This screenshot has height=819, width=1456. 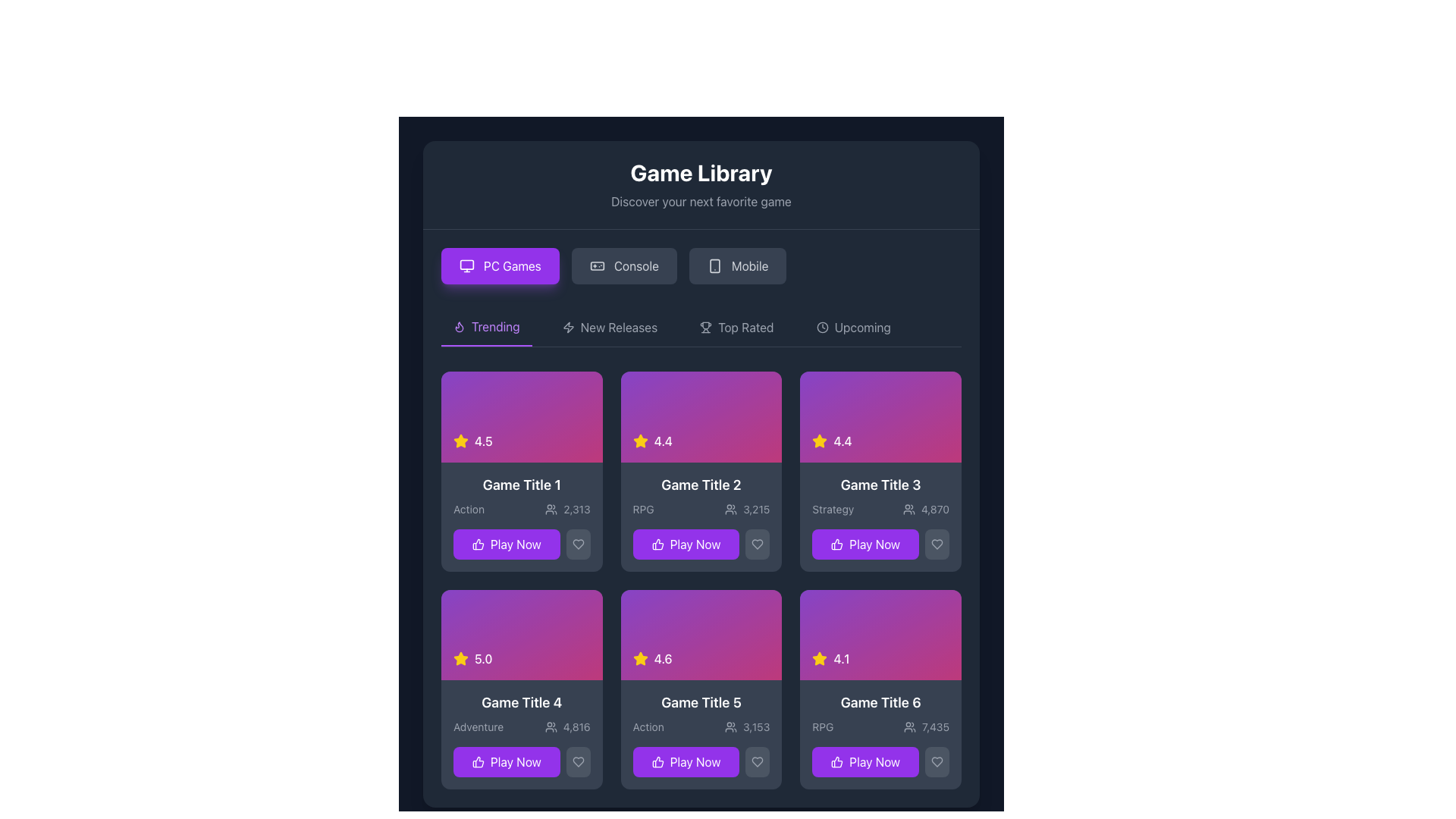 I want to click on title or description of the game displayed on the second card from the left in the top row of the game library section, so click(x=701, y=516).